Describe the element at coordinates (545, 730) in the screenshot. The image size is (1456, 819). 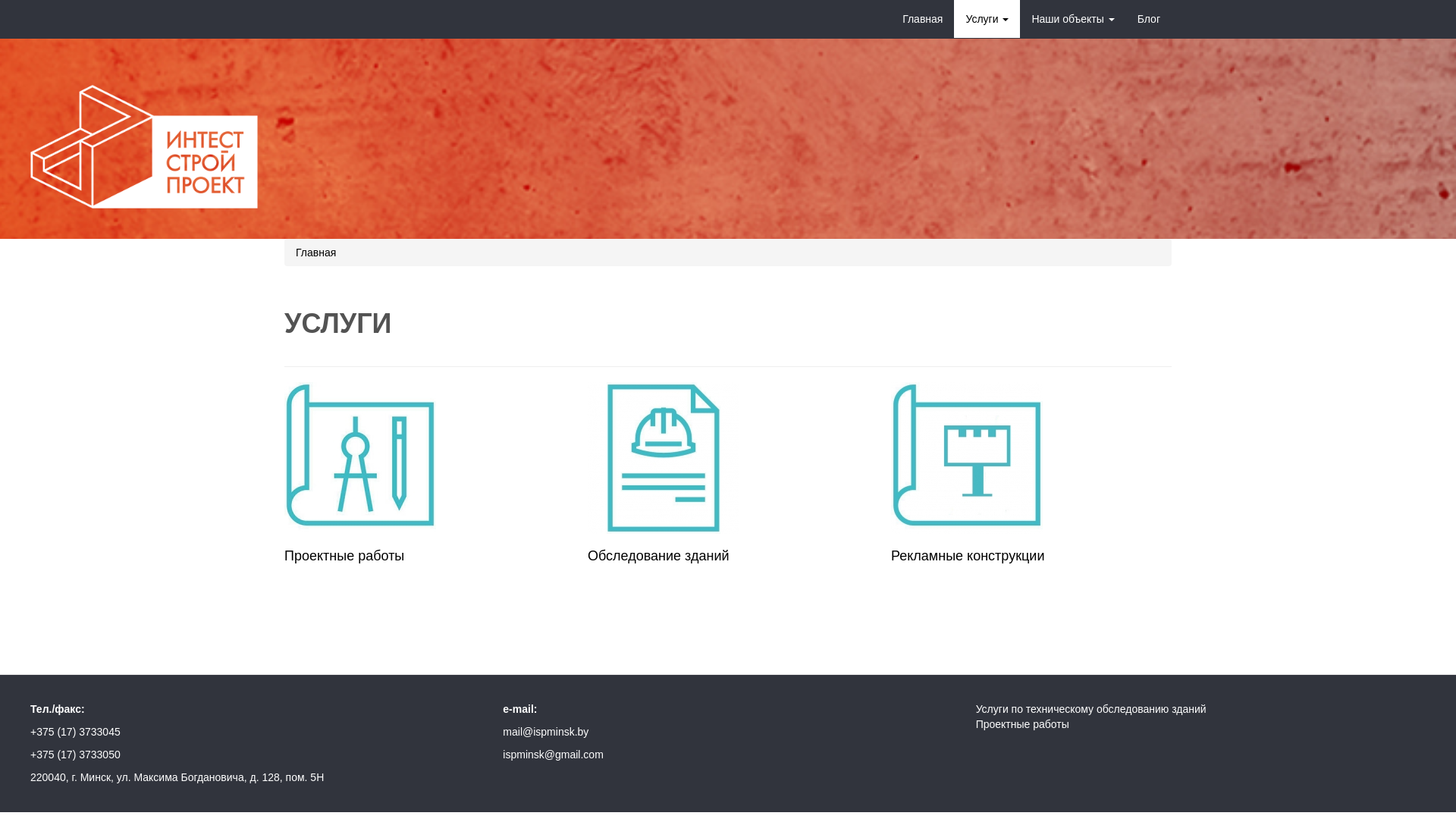
I see `'mail@ispminsk.by'` at that location.